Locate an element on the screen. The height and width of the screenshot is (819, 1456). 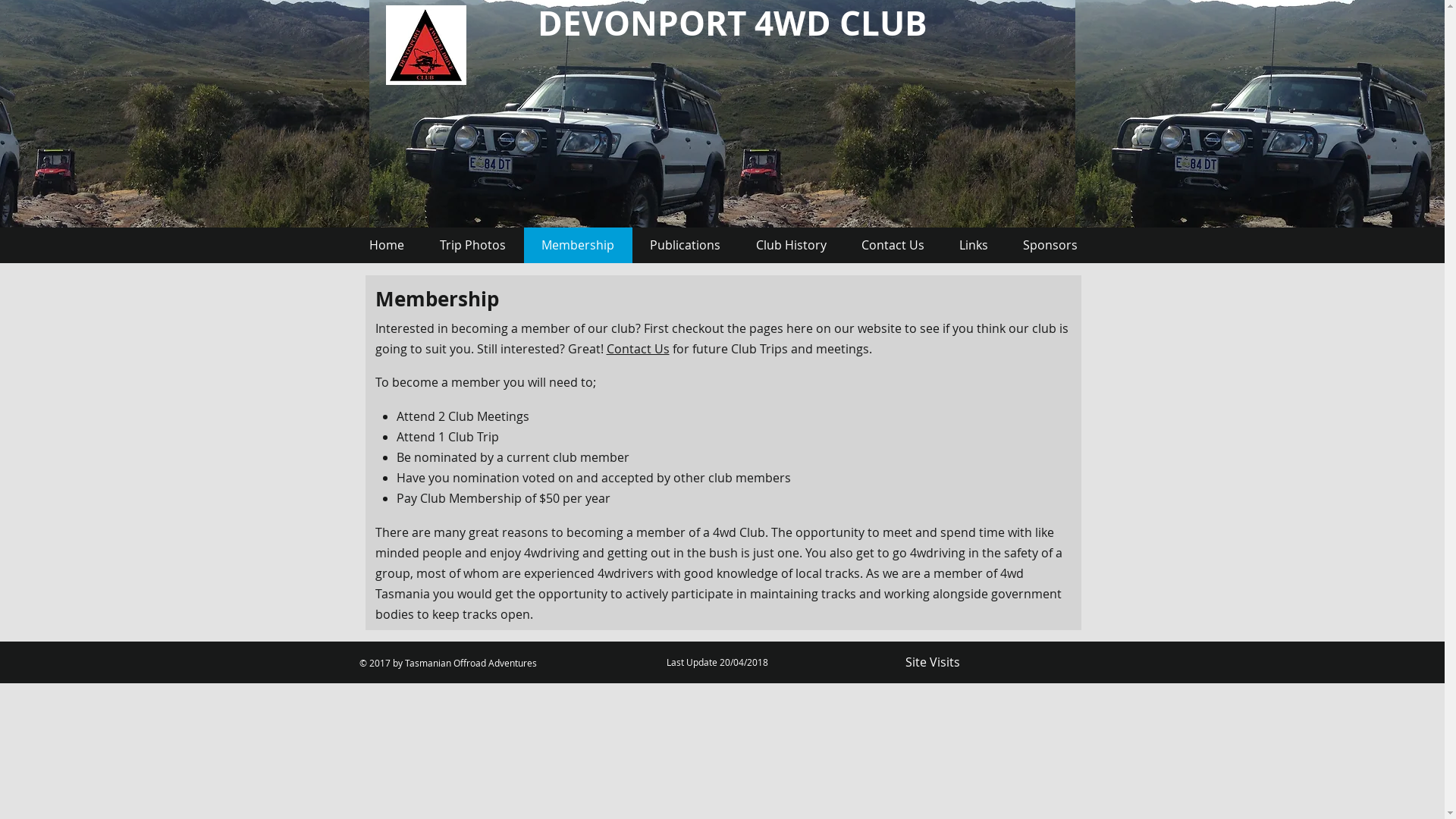
'Links' is located at coordinates (973, 244).